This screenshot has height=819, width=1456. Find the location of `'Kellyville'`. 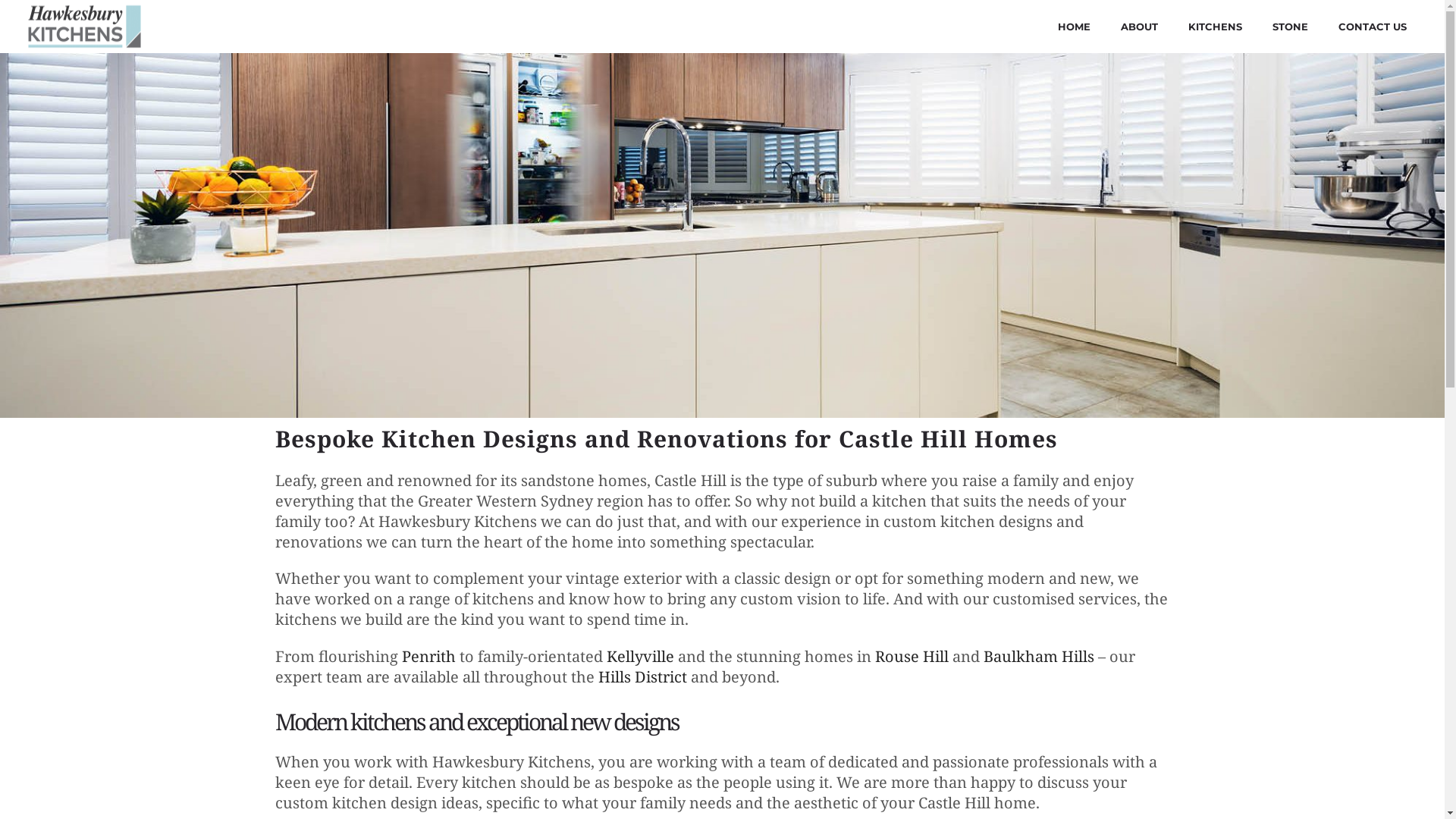

'Kellyville' is located at coordinates (640, 655).